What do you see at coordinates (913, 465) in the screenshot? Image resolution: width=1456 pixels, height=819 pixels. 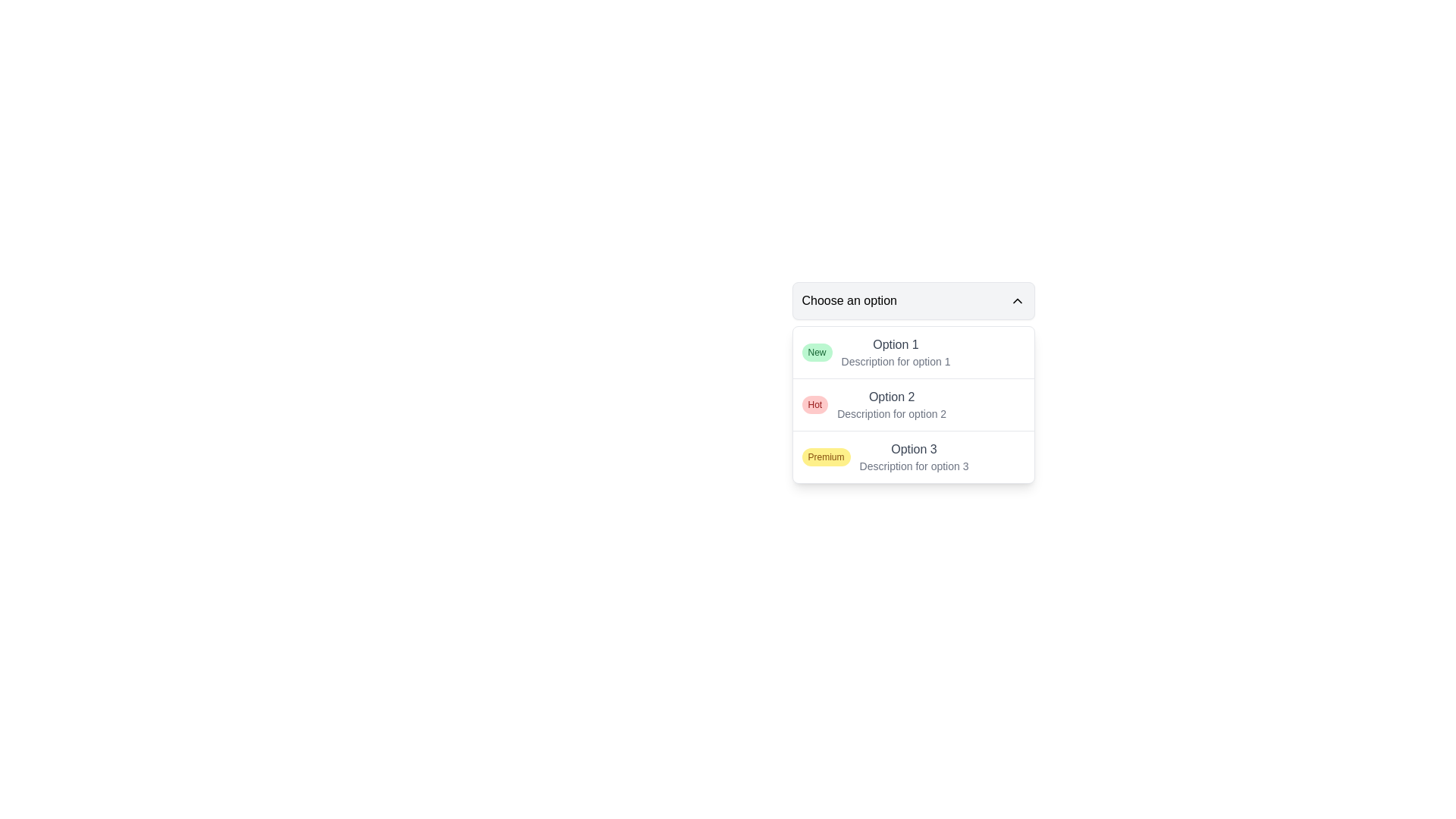 I see `supplemental descriptive text label located below 'Option 3' in the dropdown menu interface` at bounding box center [913, 465].